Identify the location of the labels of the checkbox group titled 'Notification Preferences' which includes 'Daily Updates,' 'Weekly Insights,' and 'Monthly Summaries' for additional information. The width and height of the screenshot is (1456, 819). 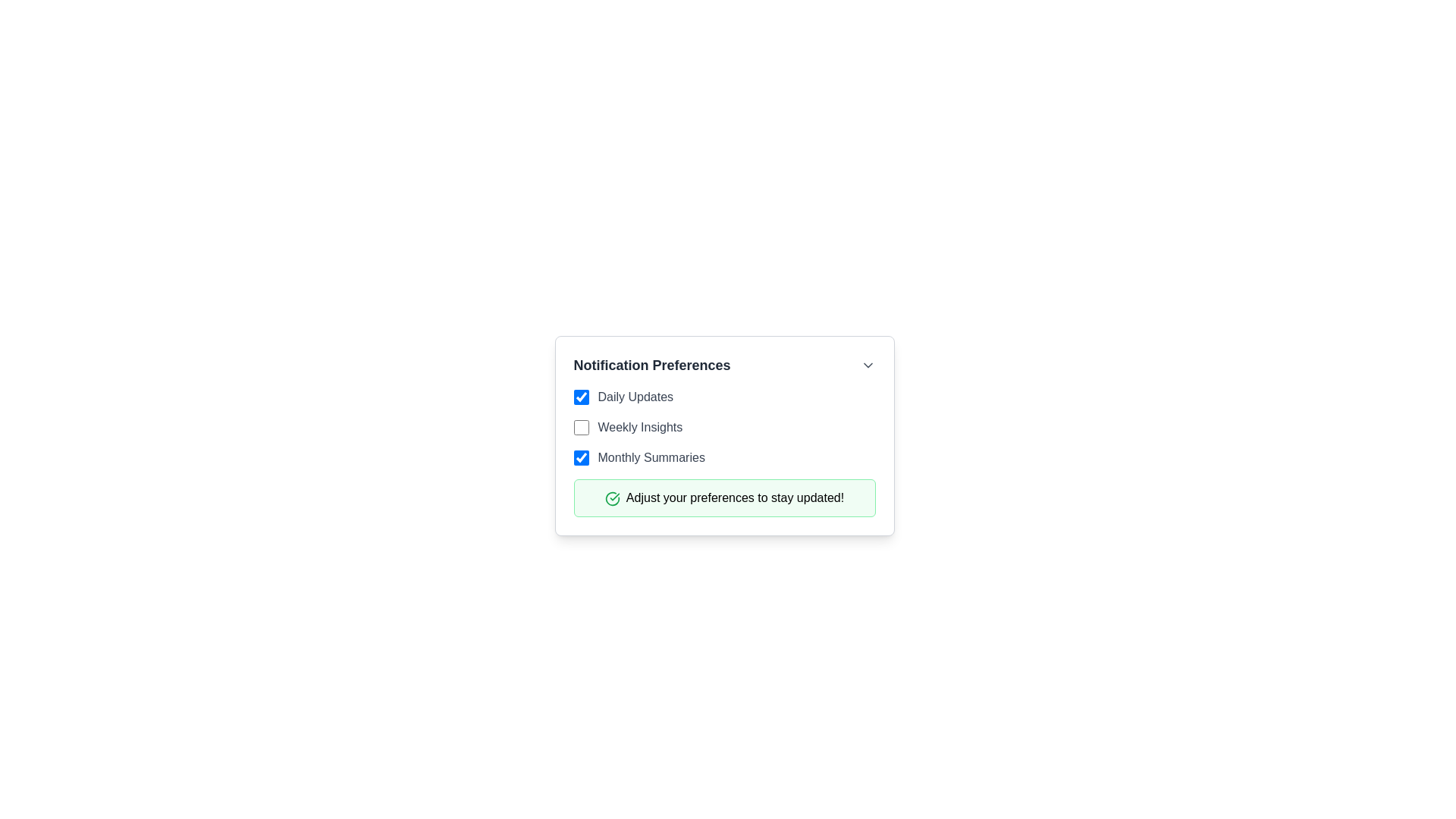
(723, 427).